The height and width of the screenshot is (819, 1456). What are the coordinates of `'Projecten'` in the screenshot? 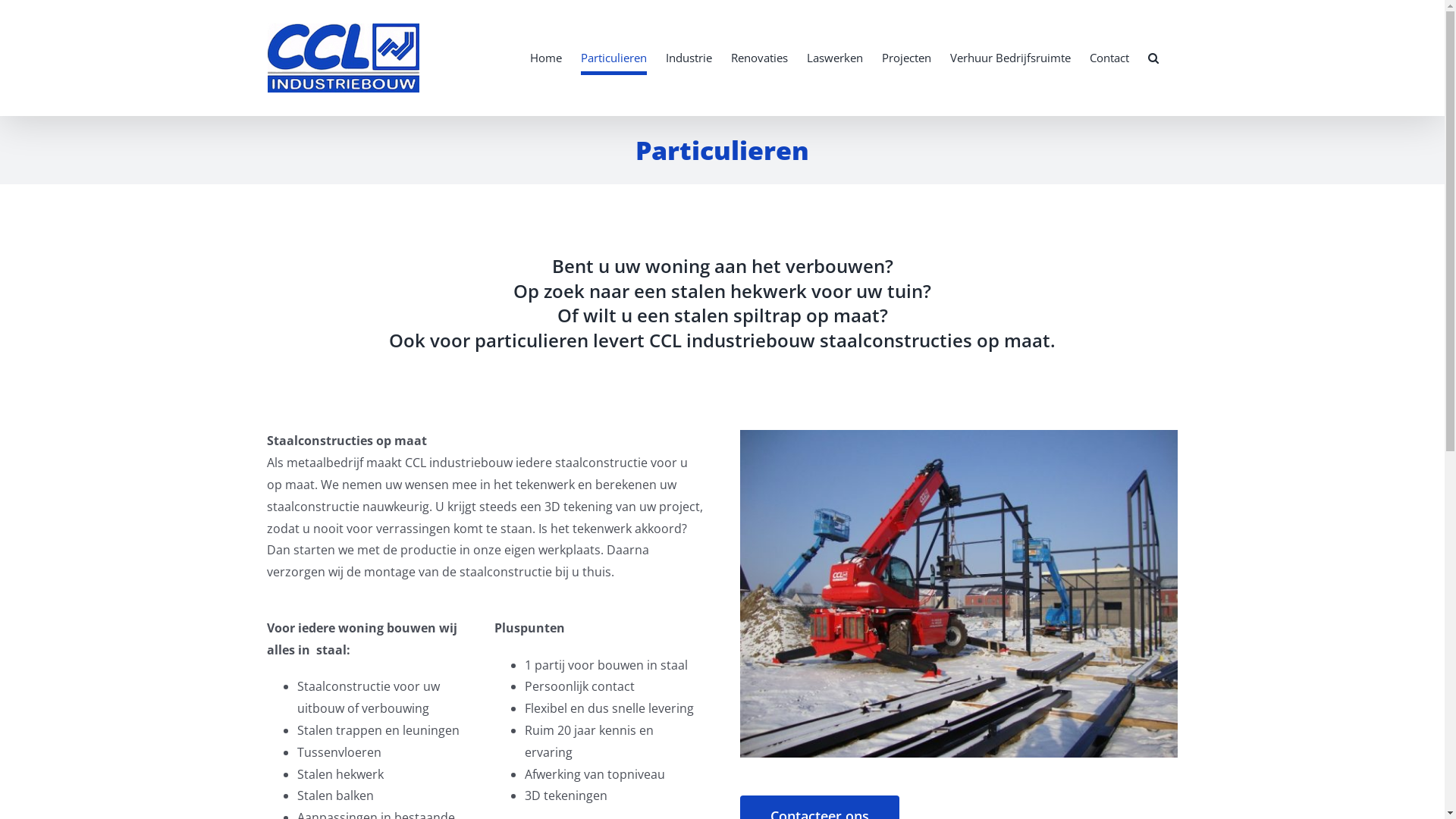 It's located at (905, 57).